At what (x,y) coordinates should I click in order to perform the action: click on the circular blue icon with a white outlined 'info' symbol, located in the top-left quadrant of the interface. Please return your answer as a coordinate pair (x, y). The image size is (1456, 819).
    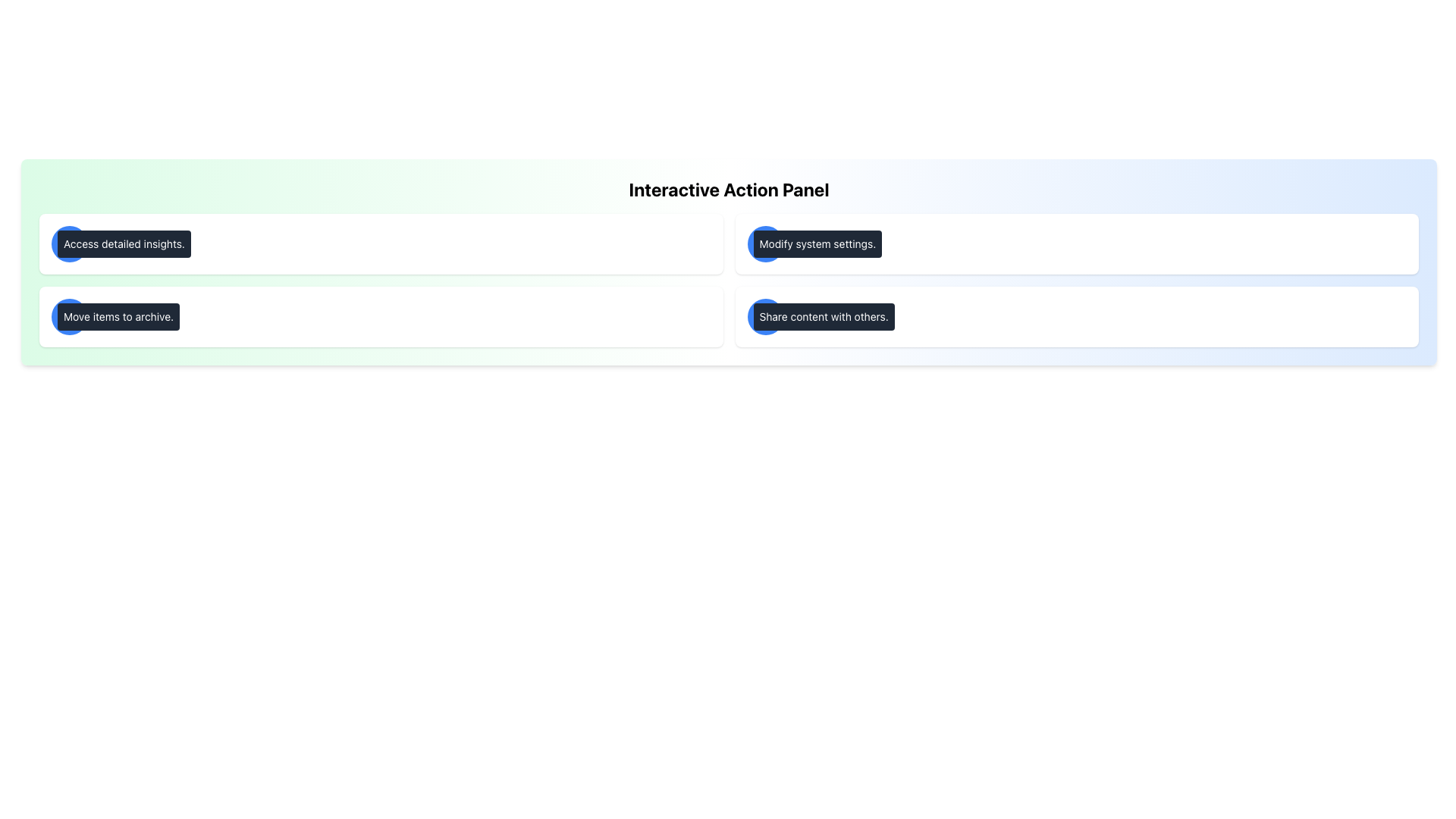
    Looking at the image, I should click on (68, 243).